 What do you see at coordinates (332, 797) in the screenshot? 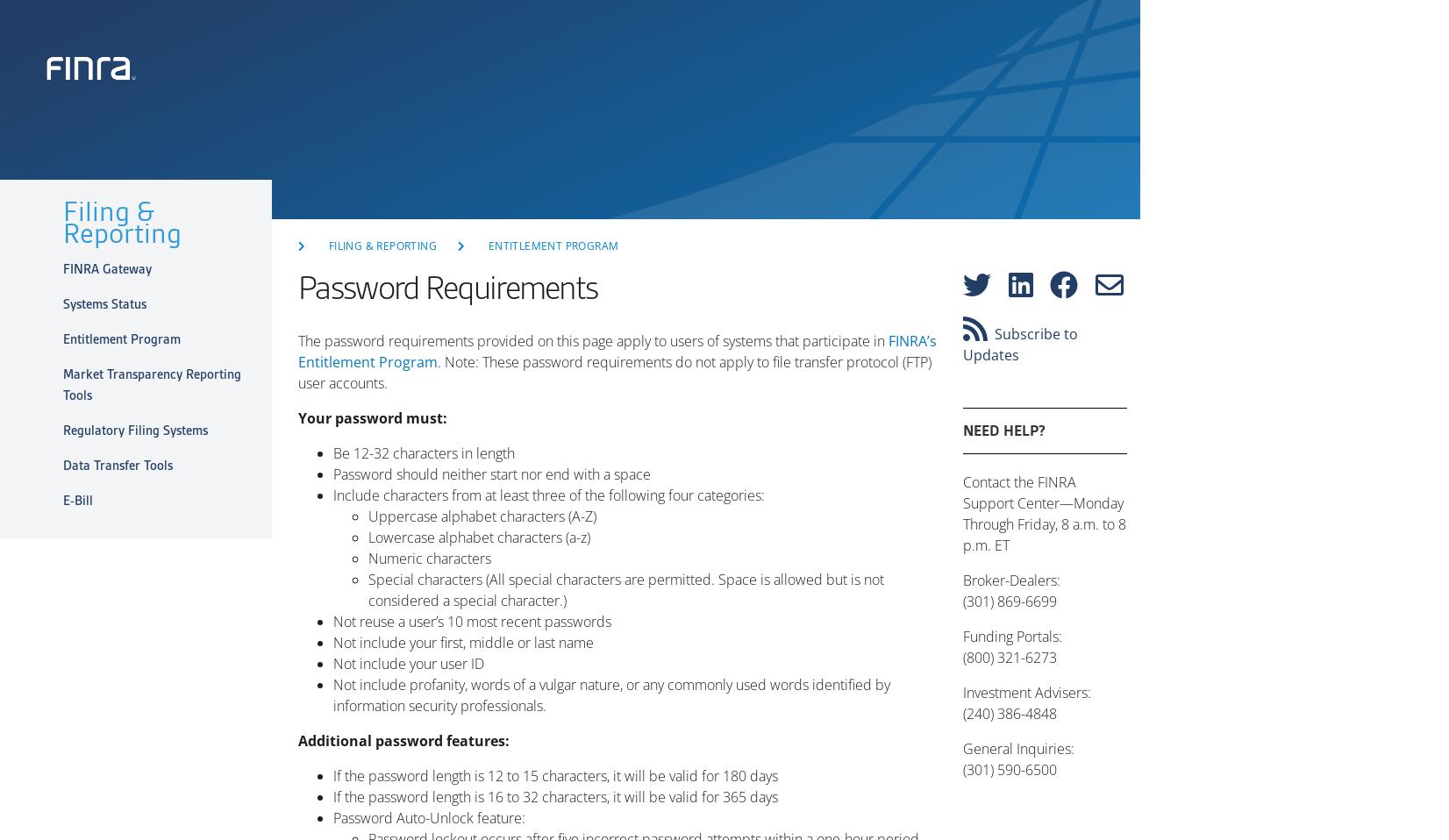
I see `'If the password length is 16 to 32 characters, it will be valid for 365 days'` at bounding box center [332, 797].